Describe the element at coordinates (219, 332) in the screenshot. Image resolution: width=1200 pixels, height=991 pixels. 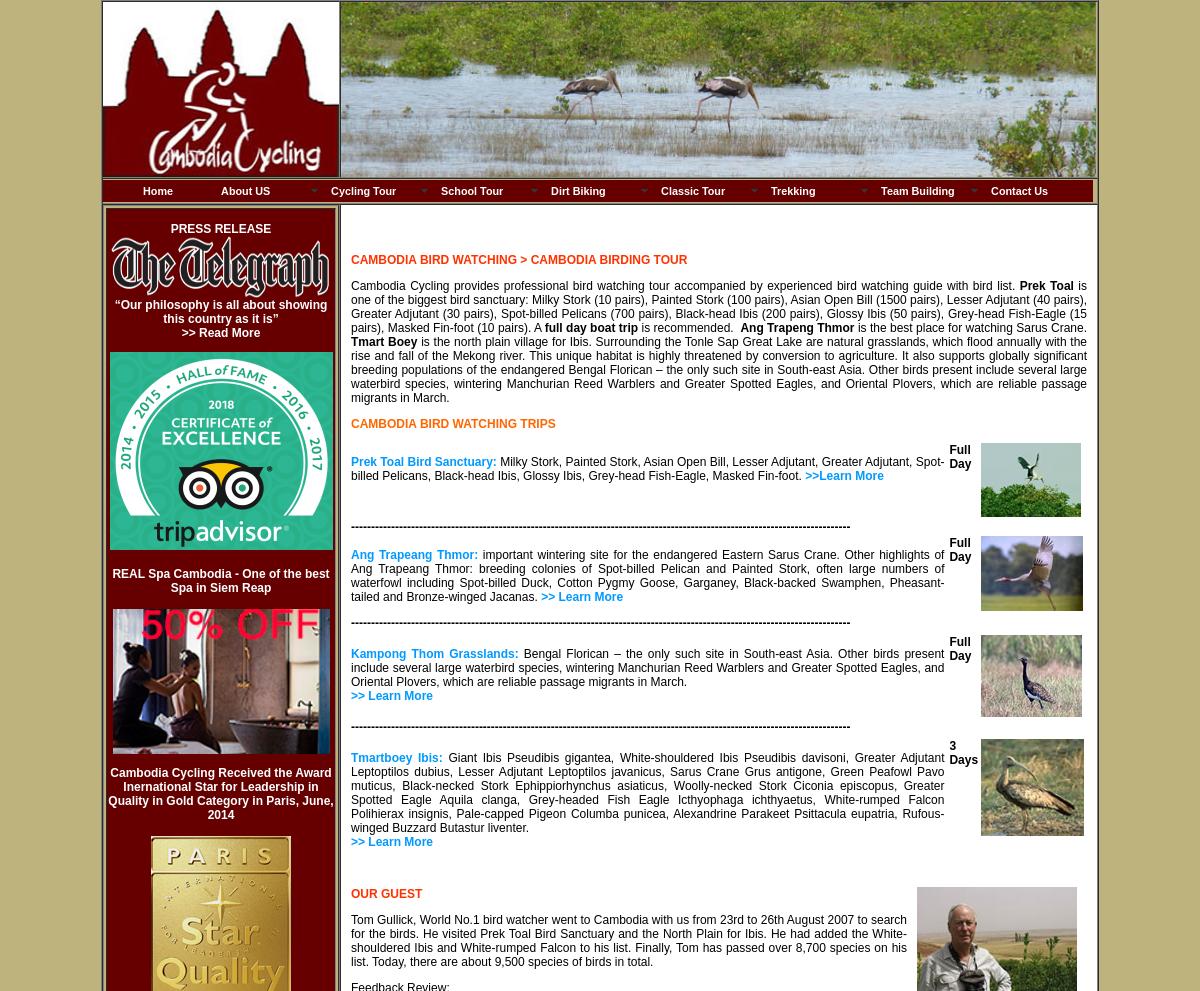
I see `'>> Read More'` at that location.